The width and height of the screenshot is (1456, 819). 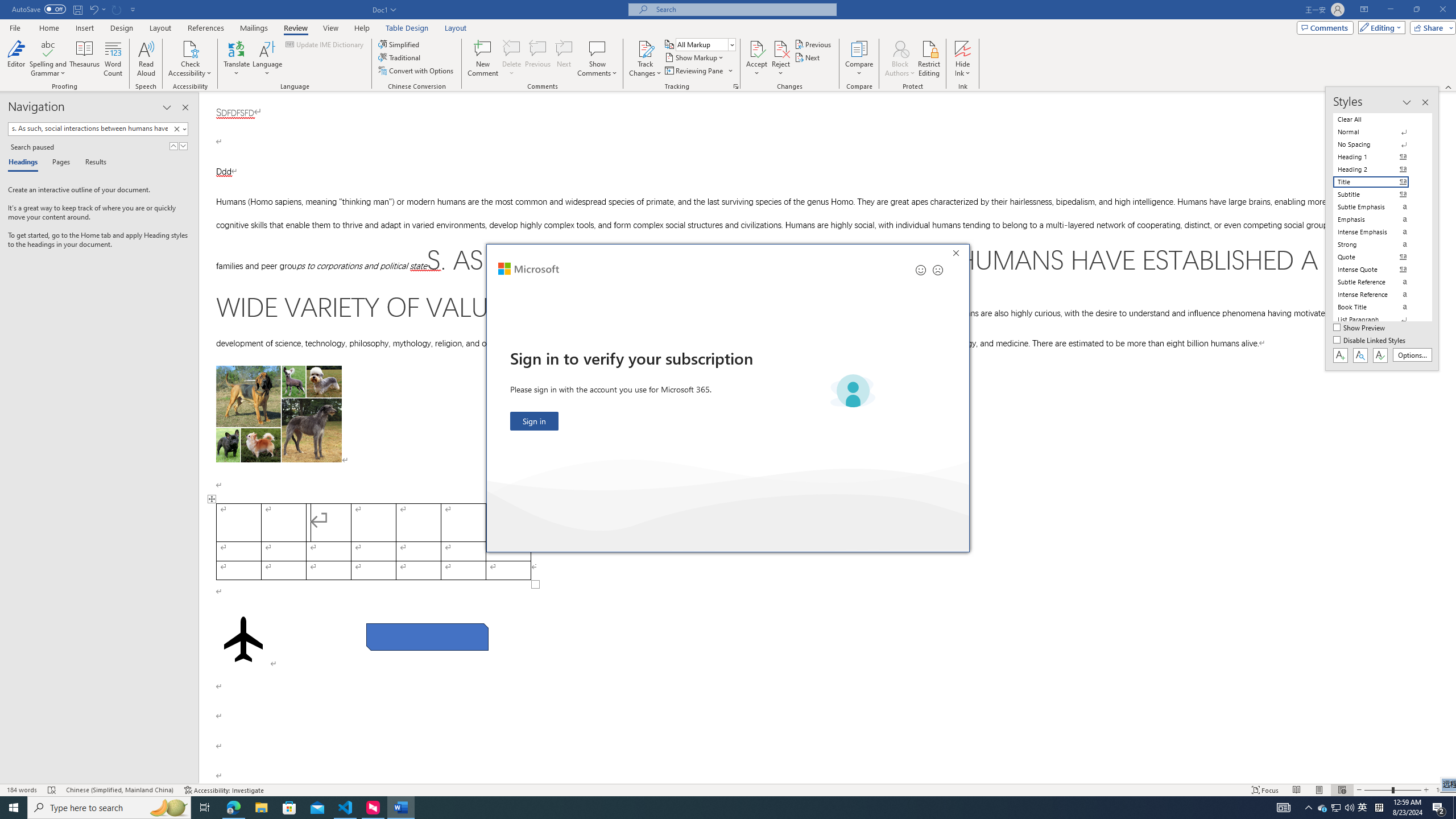 What do you see at coordinates (698, 69) in the screenshot?
I see `'Reviewing Pane'` at bounding box center [698, 69].